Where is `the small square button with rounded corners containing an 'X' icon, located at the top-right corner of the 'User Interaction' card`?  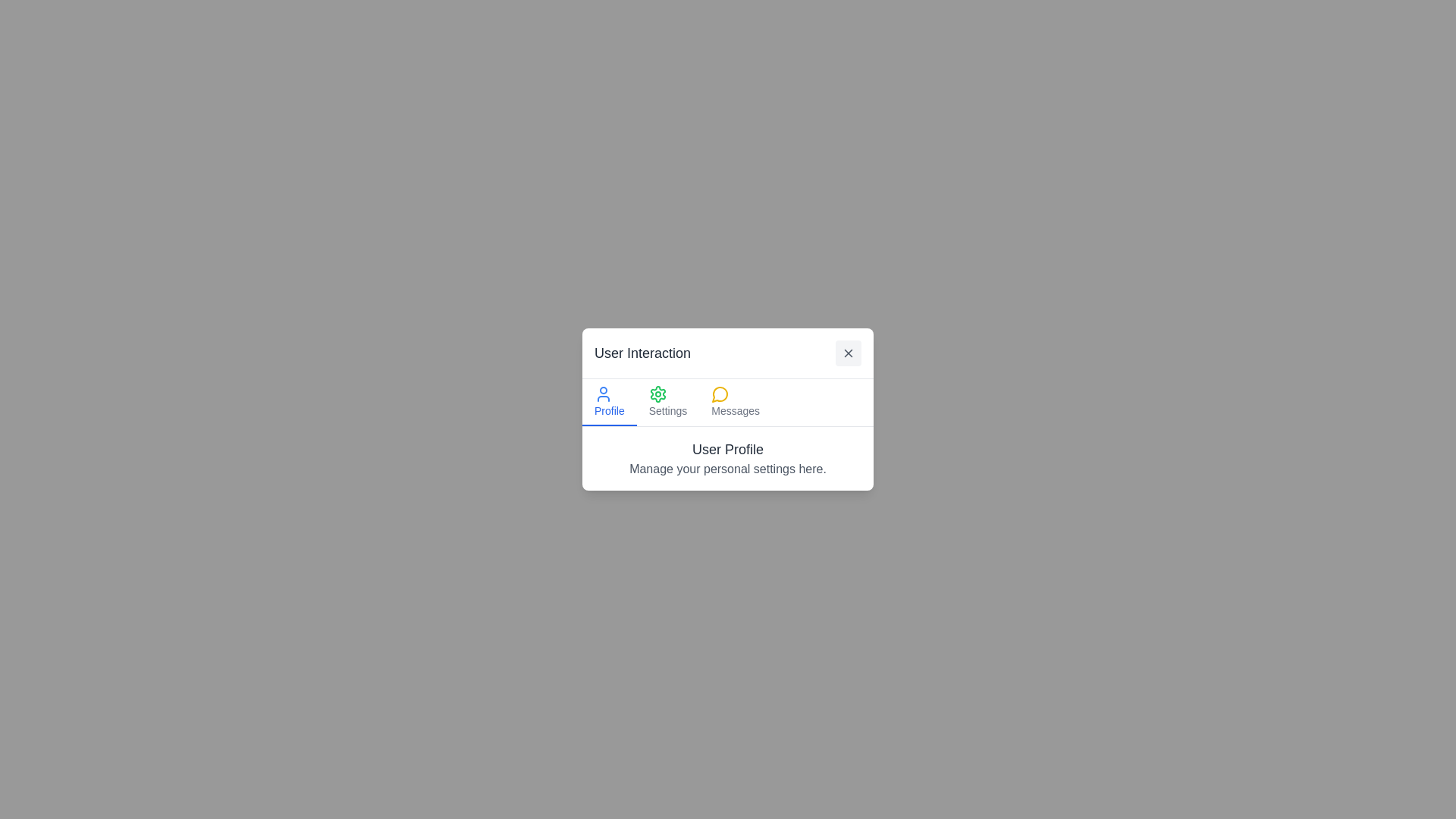
the small square button with rounded corners containing an 'X' icon, located at the top-right corner of the 'User Interaction' card is located at coordinates (847, 353).